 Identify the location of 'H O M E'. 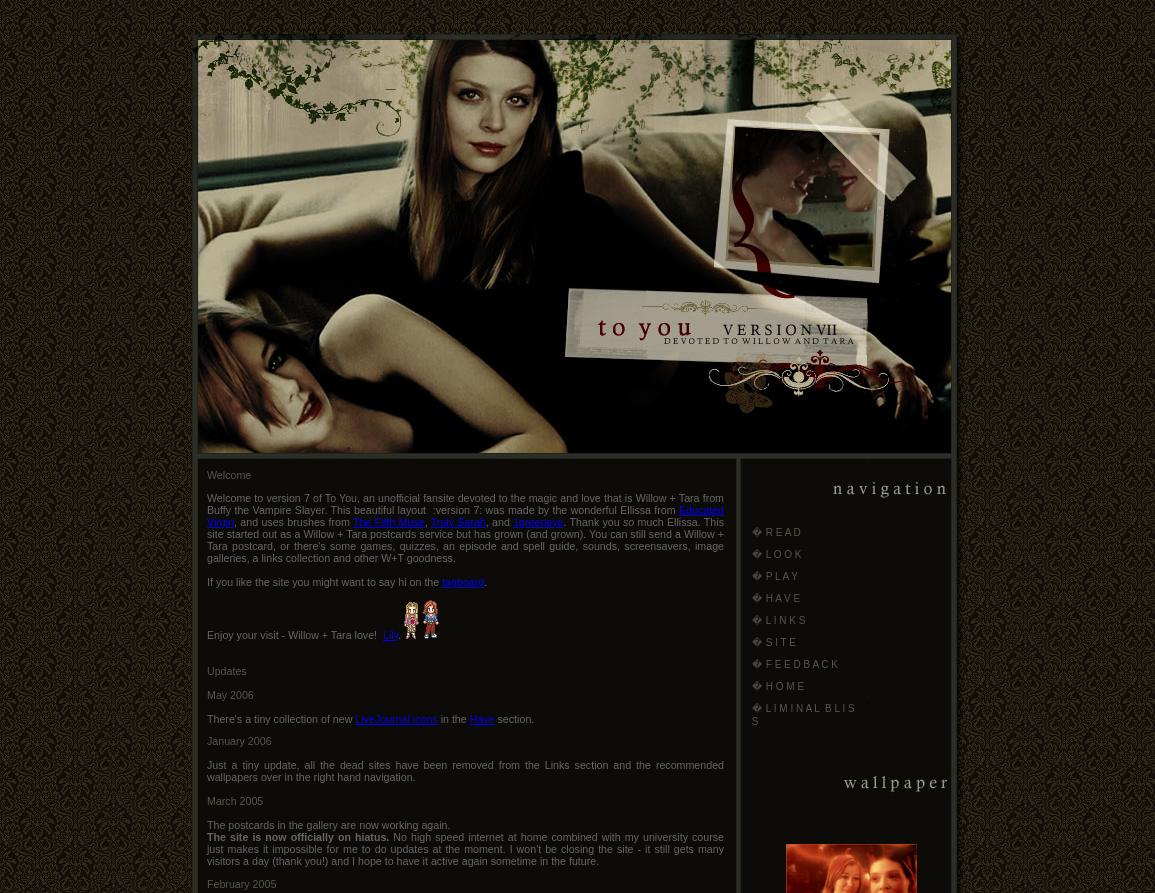
(784, 686).